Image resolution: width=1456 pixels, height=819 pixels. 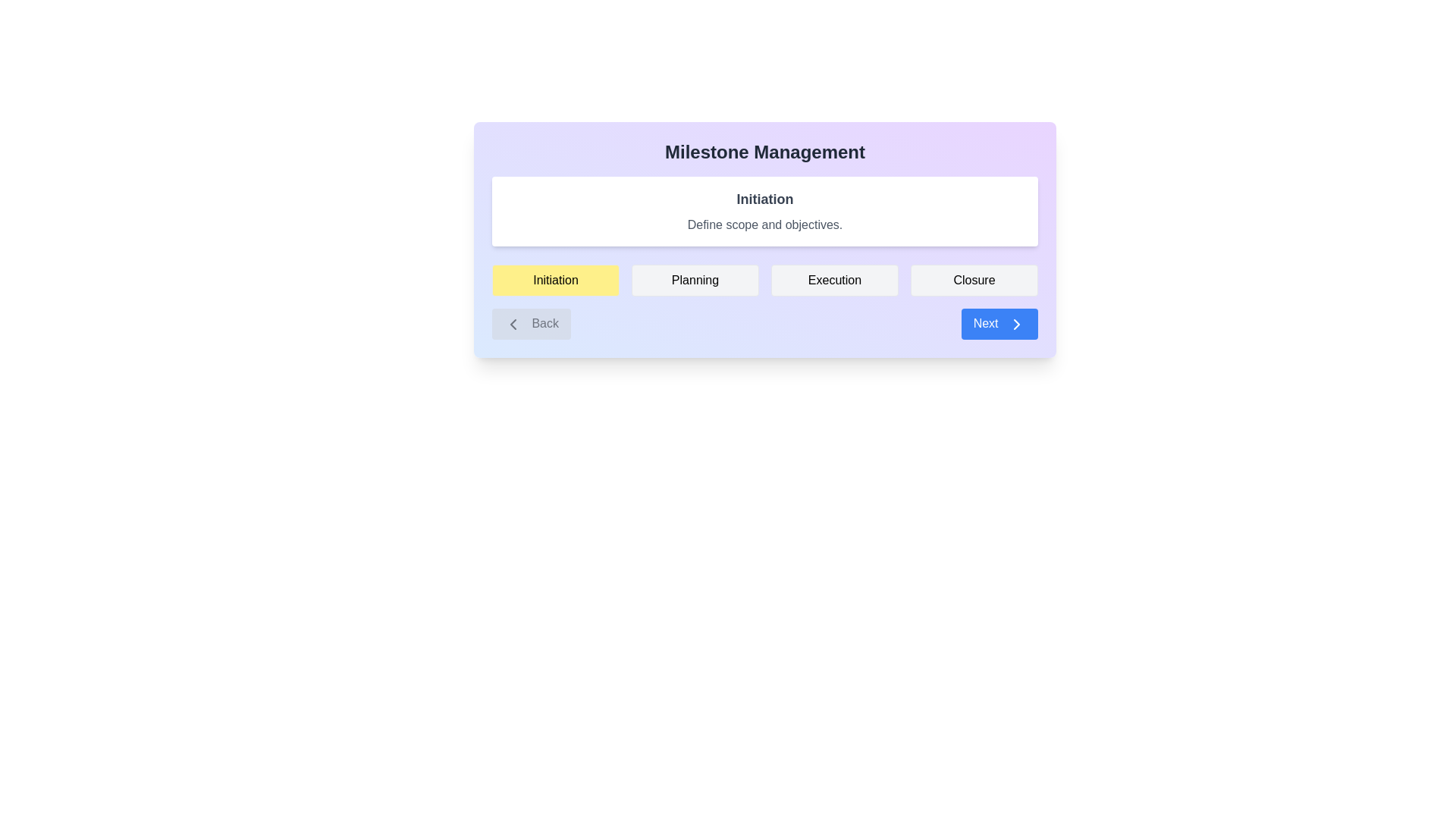 What do you see at coordinates (833, 281) in the screenshot?
I see `the non-interactive button labeled 'Execution', which is the third in a sequence of four buttons in a workflow tracking system` at bounding box center [833, 281].